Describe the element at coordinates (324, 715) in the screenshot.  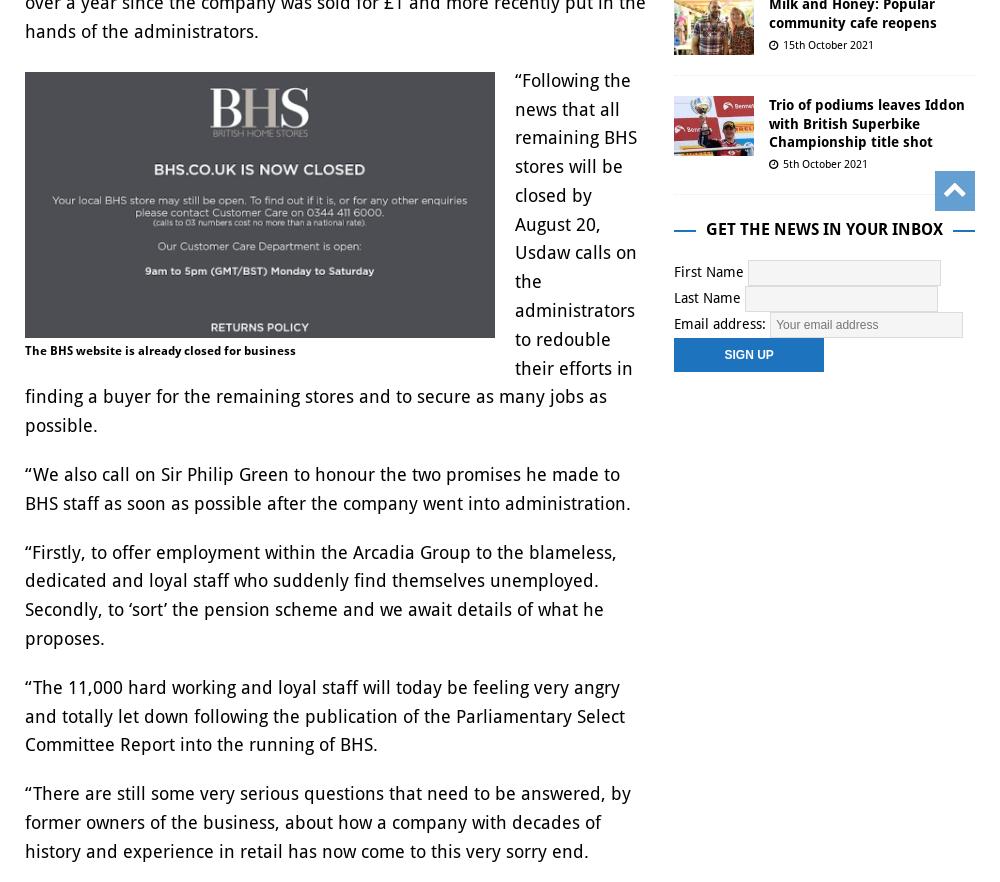
I see `'“The 11,000 hard working and loyal staff will today be feeling very angry and totally let down following the publication of the Parliamentary Select Committee Report into the running of BHS.'` at that location.